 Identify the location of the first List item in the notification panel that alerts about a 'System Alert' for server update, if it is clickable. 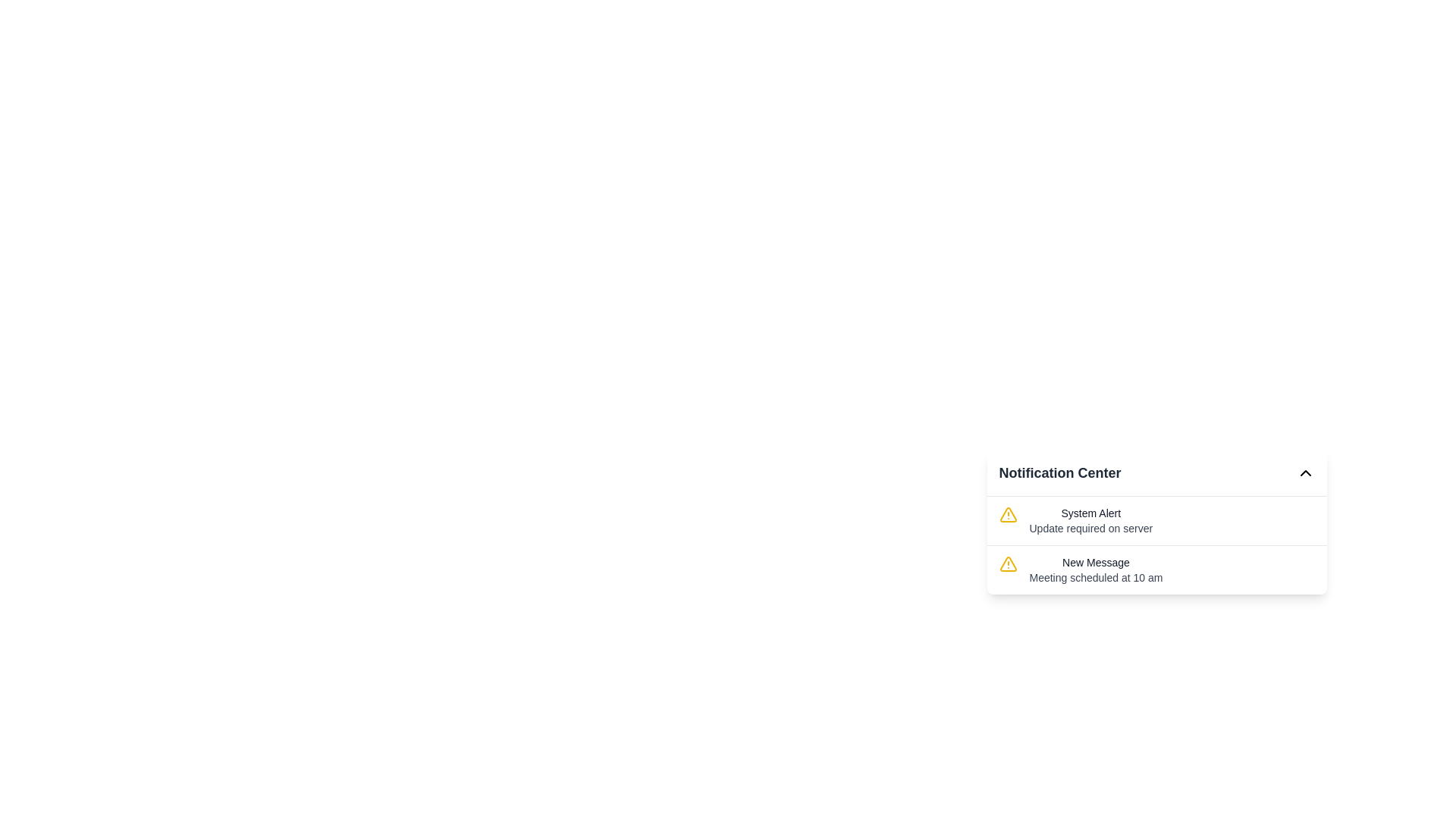
(1156, 532).